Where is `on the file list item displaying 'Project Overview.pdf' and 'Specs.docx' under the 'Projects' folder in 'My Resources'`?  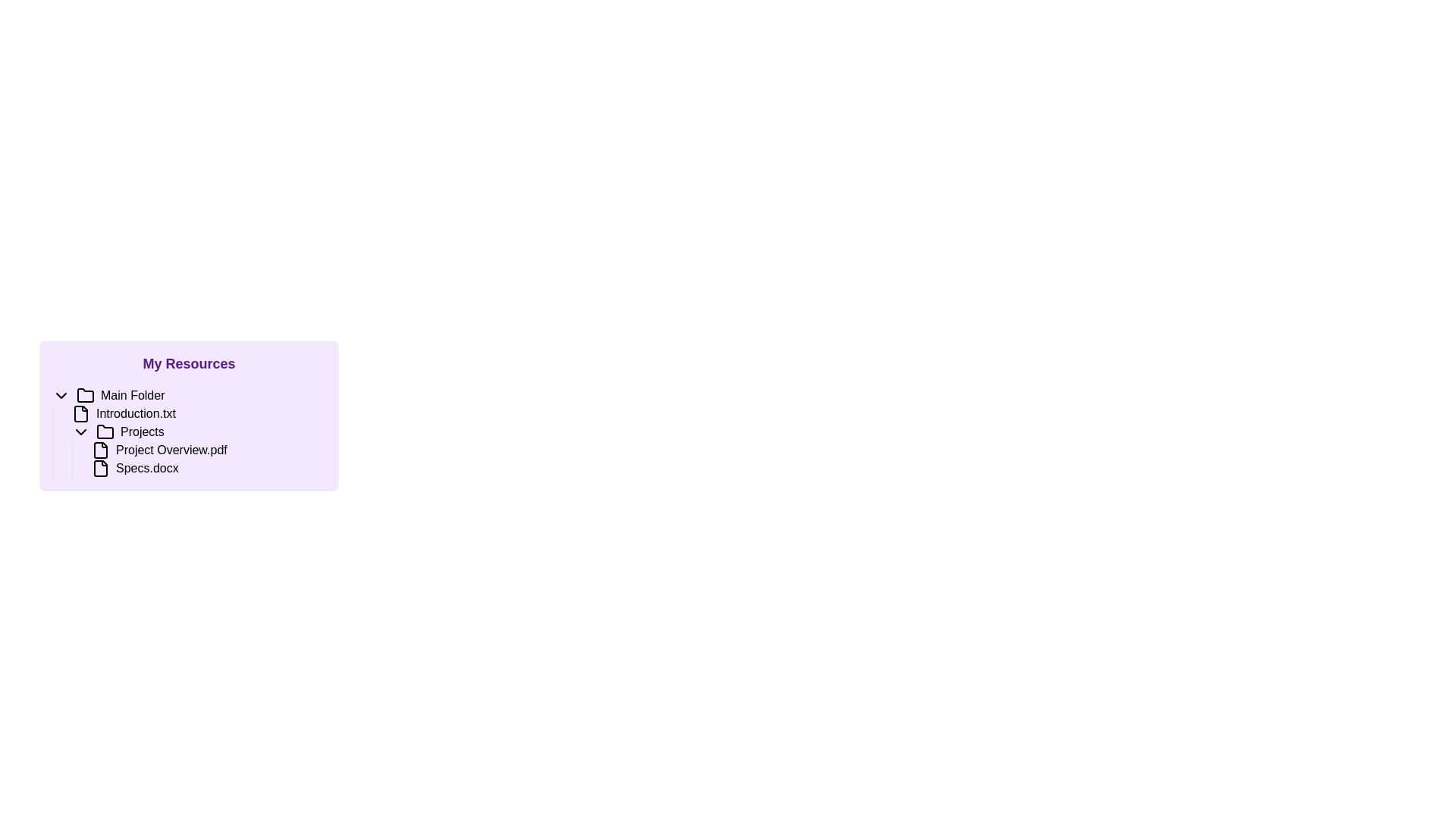
on the file list item displaying 'Project Overview.pdf' and 'Specs.docx' under the 'Projects' folder in 'My Resources' is located at coordinates (198, 458).